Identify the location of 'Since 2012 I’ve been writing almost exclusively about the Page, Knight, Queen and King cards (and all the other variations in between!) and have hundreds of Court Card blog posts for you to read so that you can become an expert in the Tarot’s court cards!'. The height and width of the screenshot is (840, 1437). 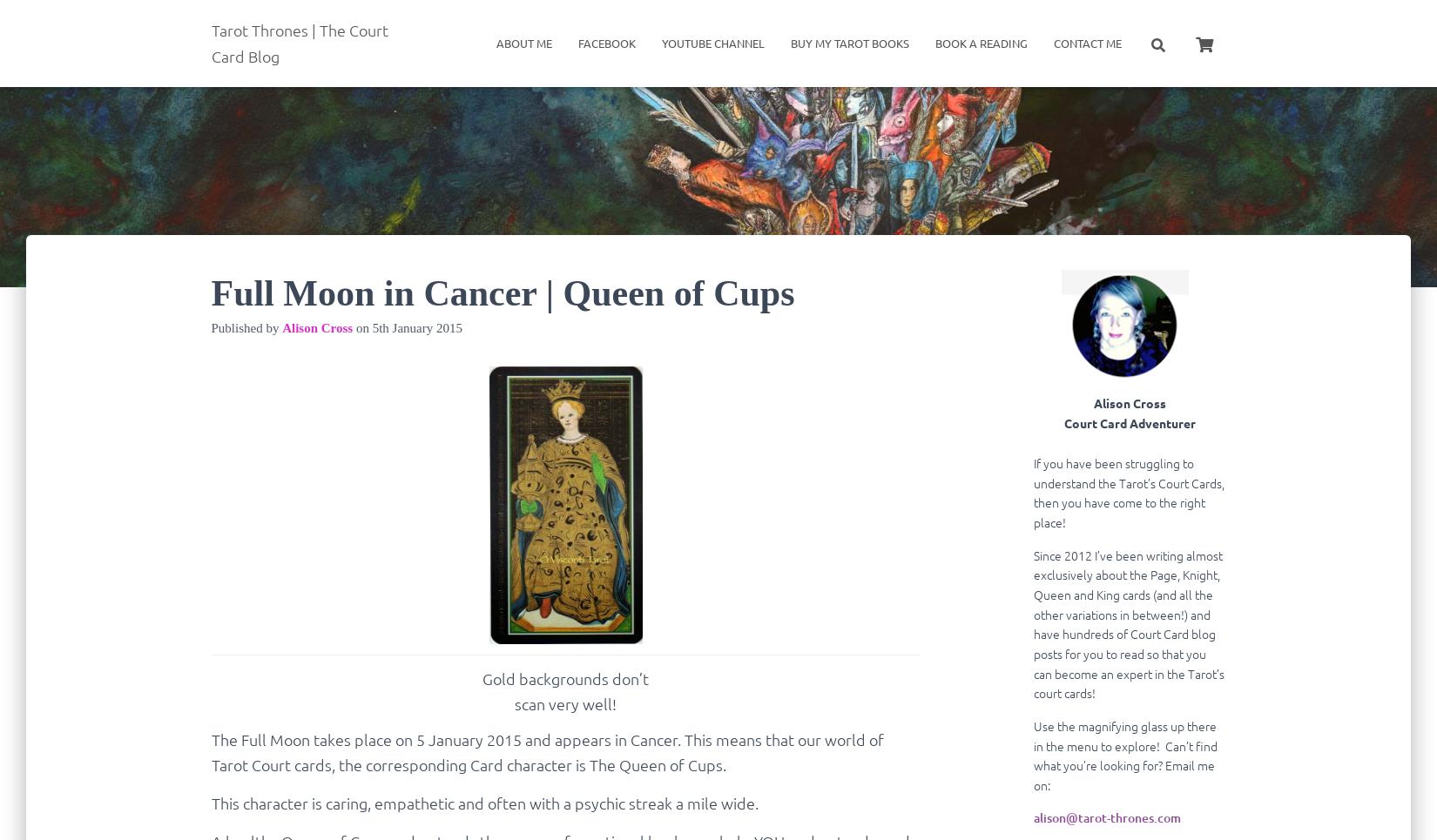
(1127, 623).